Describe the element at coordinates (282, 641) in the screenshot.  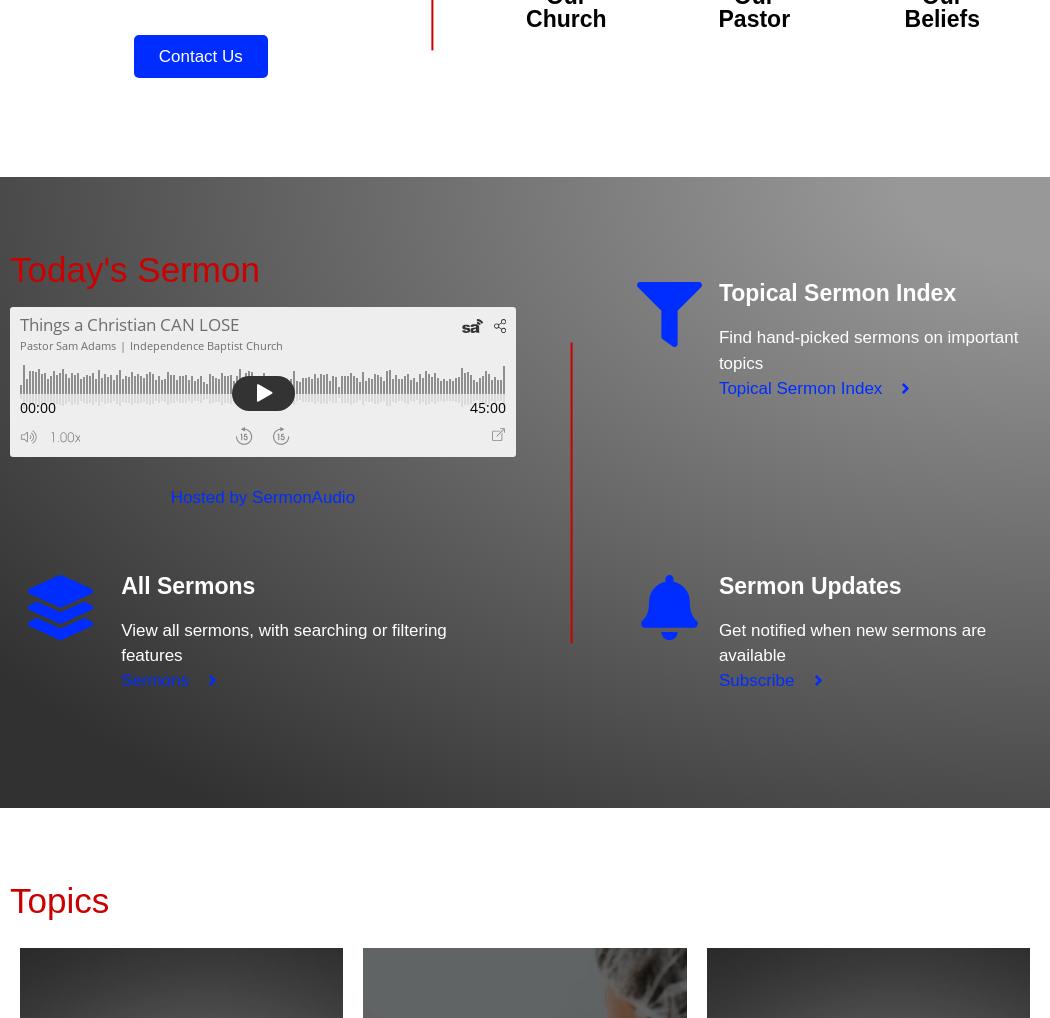
I see `'View all sermons, with searching or filtering features'` at that location.